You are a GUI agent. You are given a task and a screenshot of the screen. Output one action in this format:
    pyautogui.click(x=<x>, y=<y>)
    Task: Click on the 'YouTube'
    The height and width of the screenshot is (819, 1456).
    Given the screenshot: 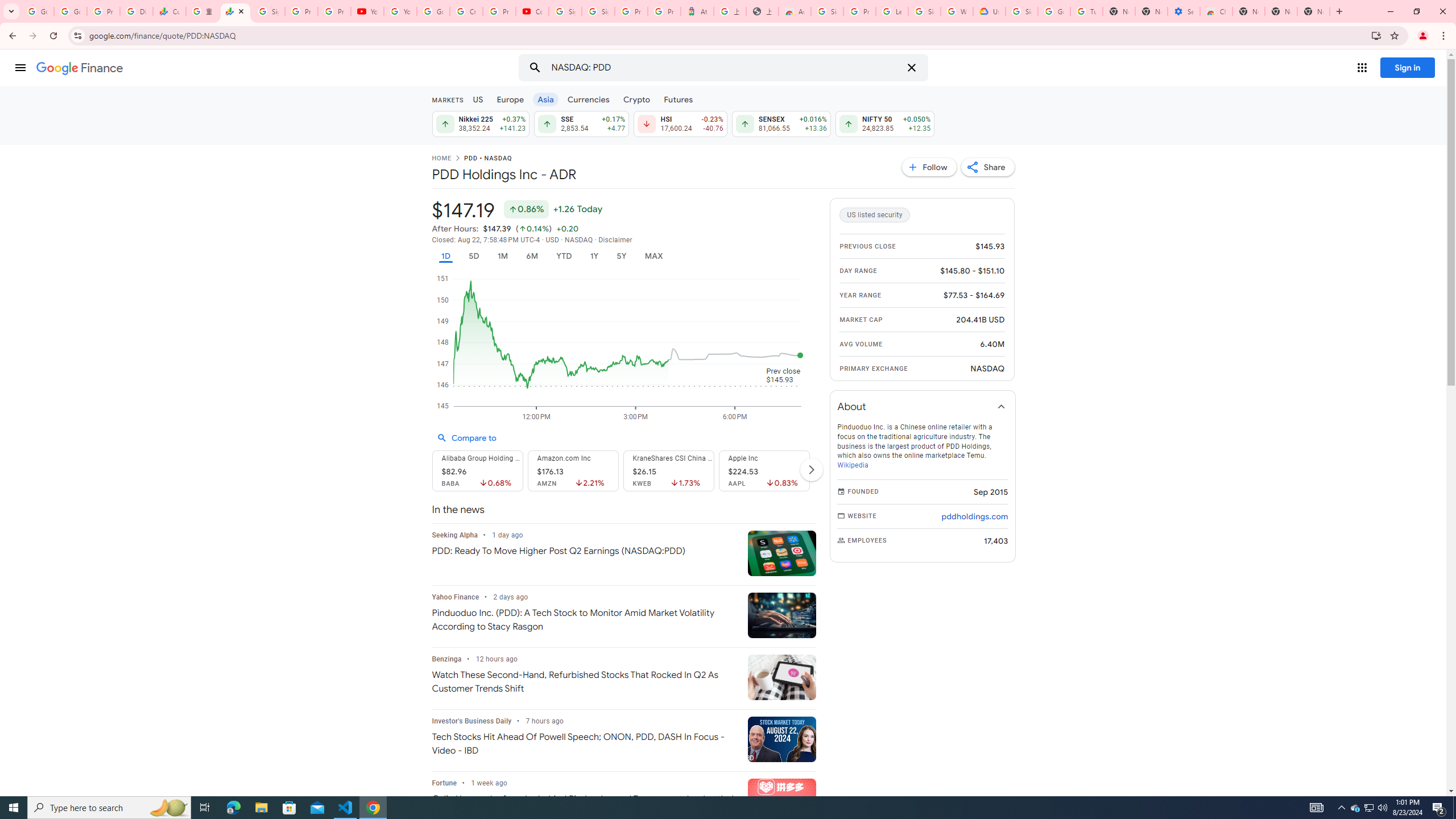 What is the action you would take?
    pyautogui.click(x=367, y=11)
    